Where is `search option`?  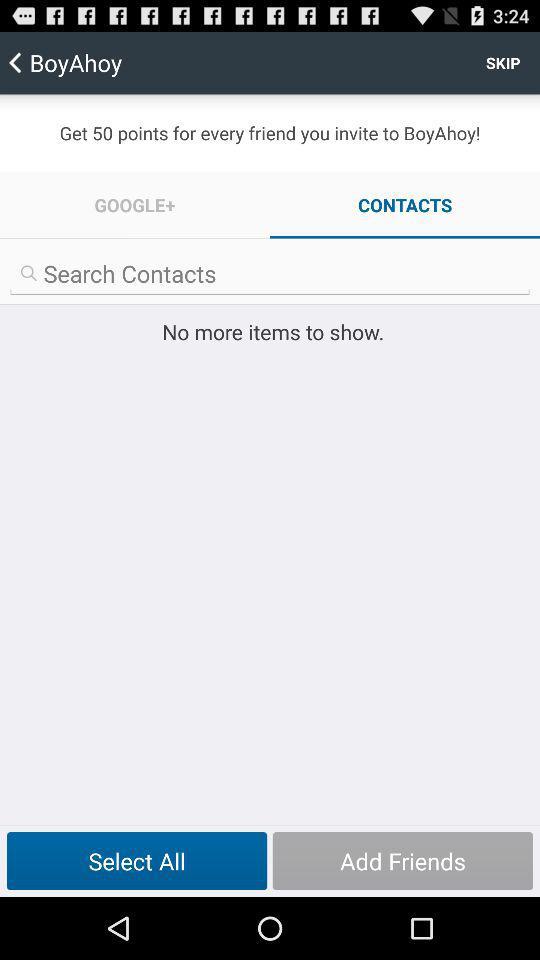
search option is located at coordinates (270, 273).